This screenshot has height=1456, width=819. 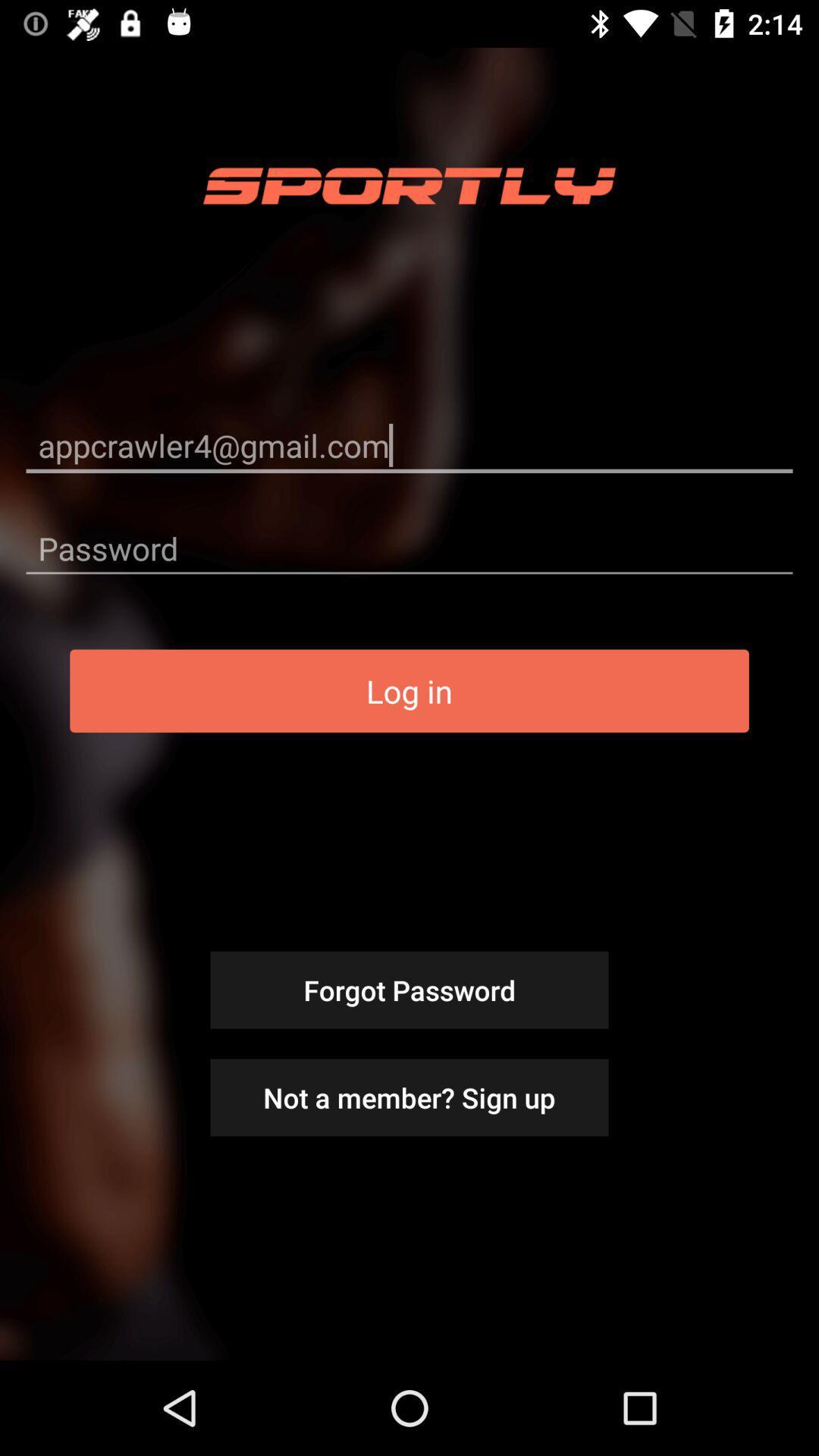 What do you see at coordinates (409, 548) in the screenshot?
I see `the icon below appcrawler4@gmail.com icon` at bounding box center [409, 548].